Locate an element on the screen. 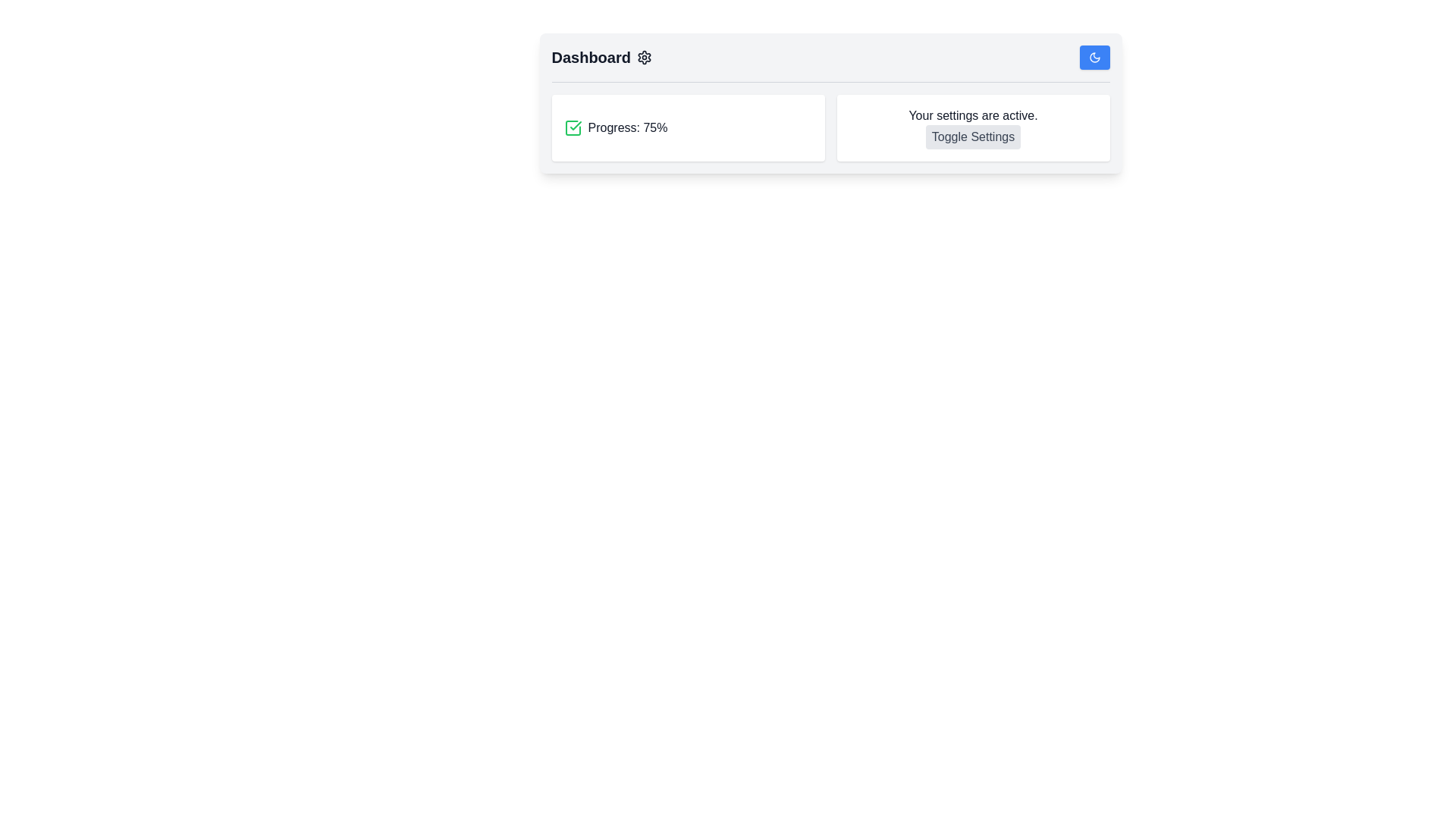  the Check mark icon in the SVG element that signifies a 'checked' status, located to the left of the text 'Progress: 75%' in the Dashboard interface is located at coordinates (574, 124).